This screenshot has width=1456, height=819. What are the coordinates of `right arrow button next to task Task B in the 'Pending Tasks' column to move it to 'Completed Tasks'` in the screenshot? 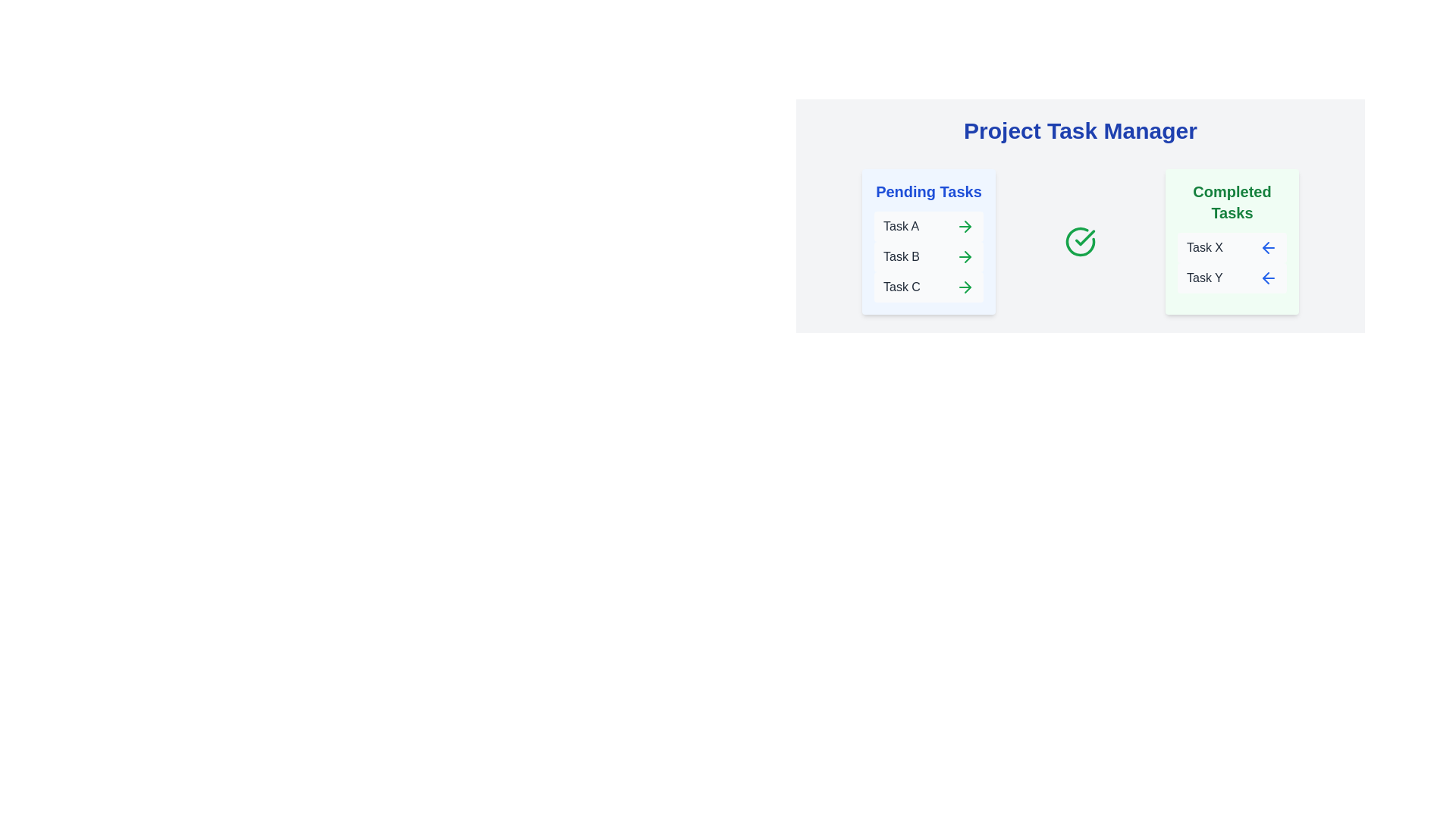 It's located at (964, 256).